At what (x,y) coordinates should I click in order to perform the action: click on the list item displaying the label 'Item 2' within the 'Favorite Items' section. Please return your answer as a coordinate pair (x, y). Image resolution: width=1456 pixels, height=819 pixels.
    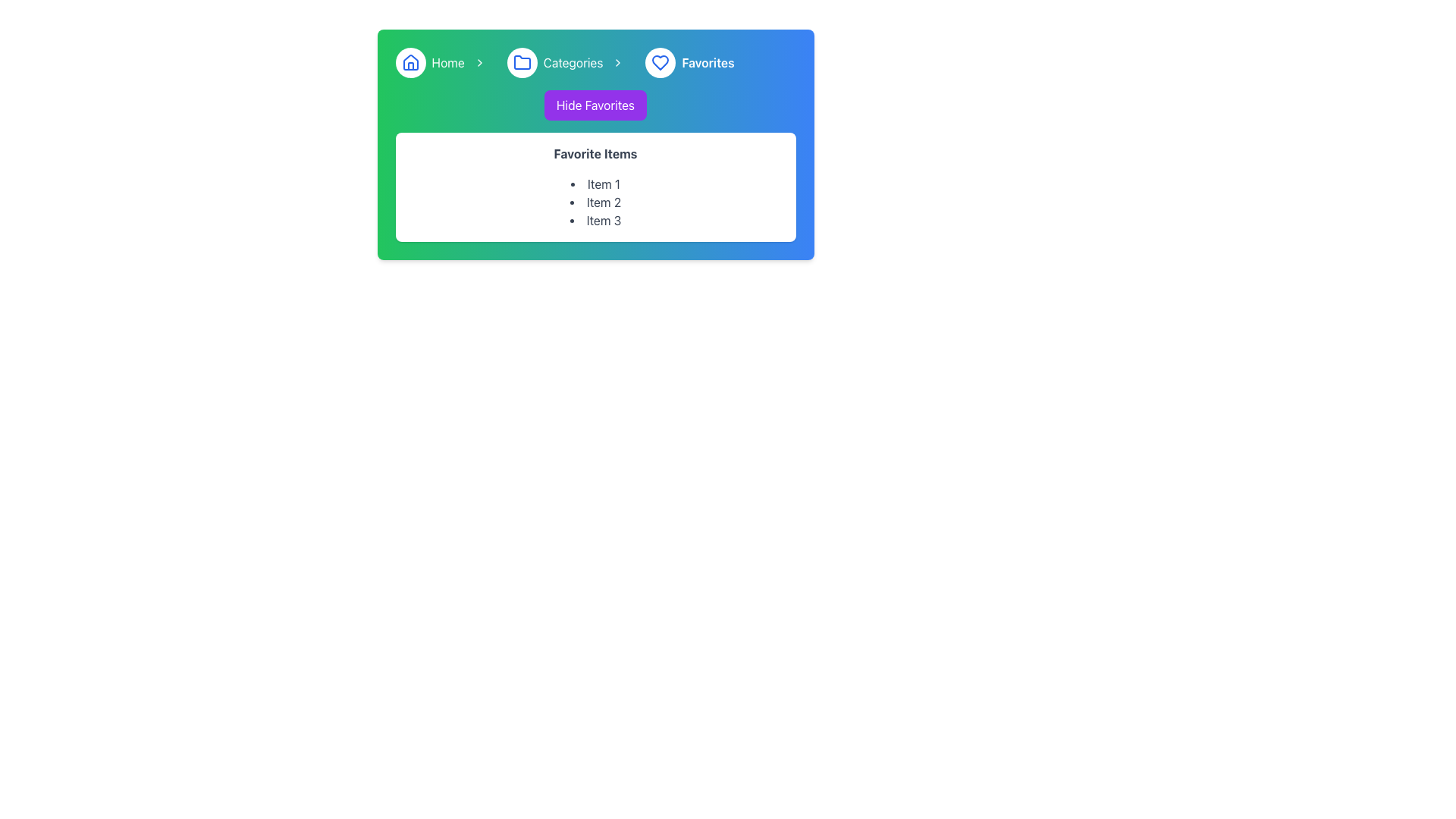
    Looking at the image, I should click on (595, 201).